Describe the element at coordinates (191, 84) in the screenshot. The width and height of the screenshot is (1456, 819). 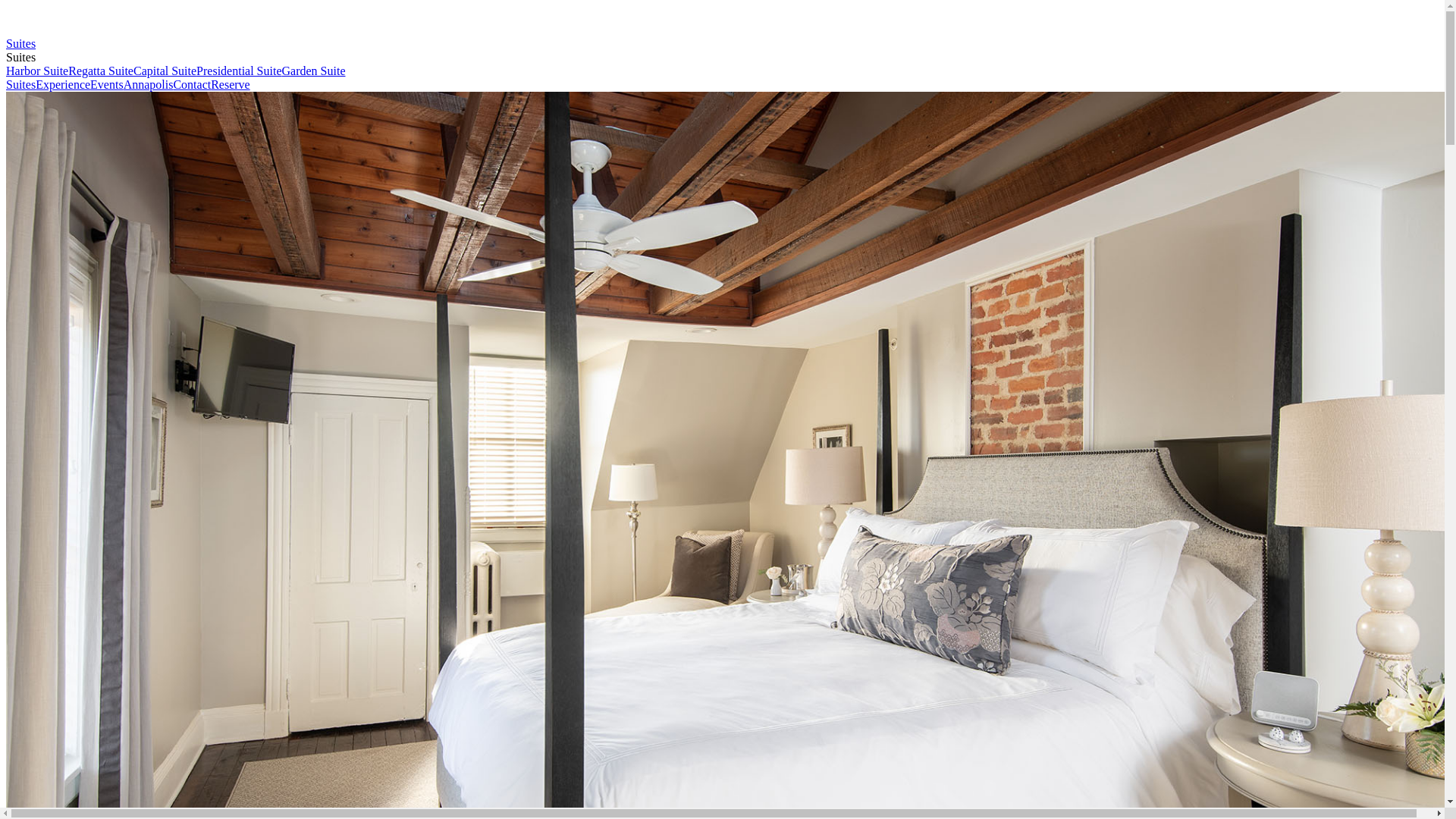
I see `'Contact'` at that location.